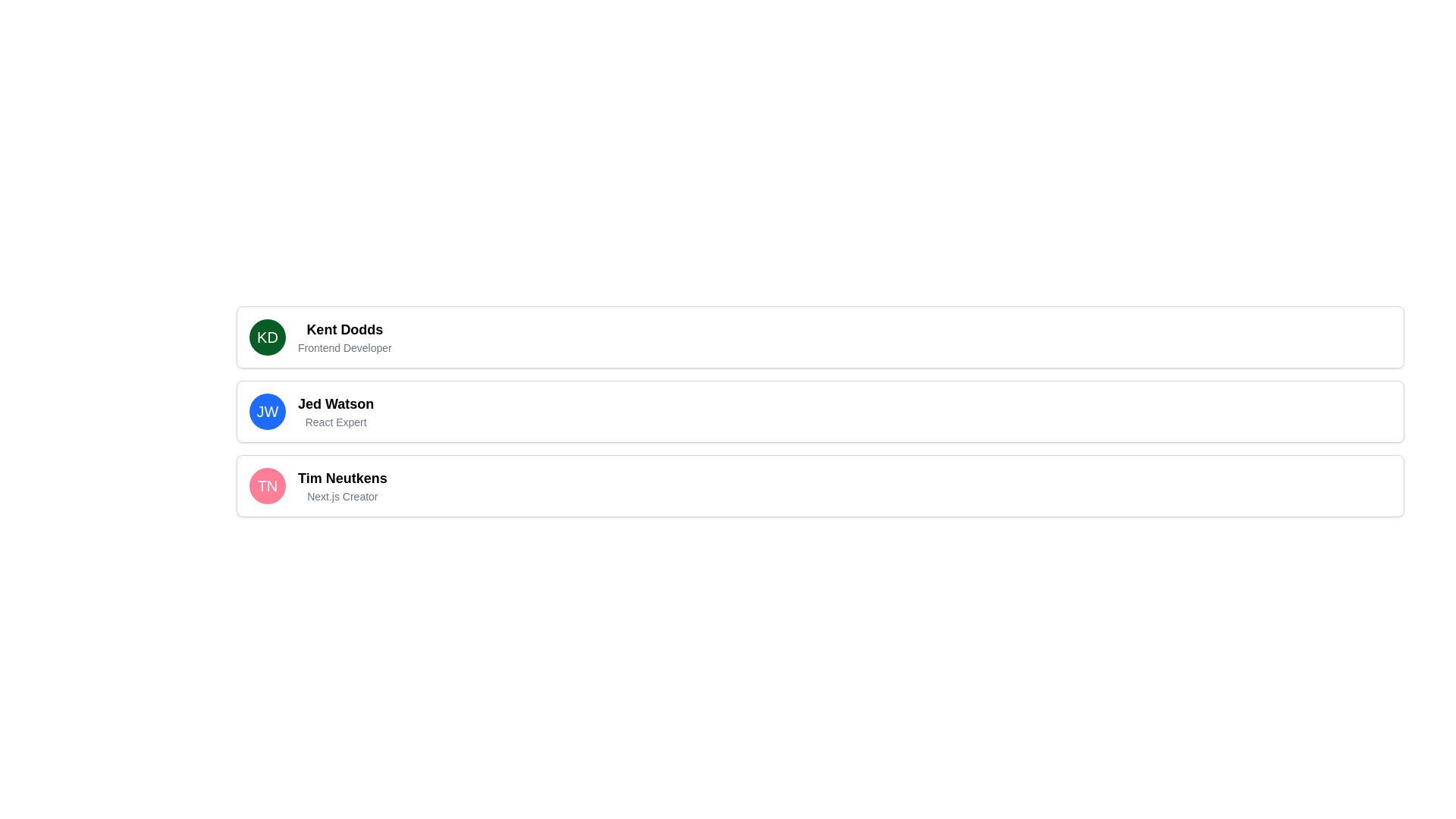  I want to click on the text block element displaying 'Jed Watson' and the subtitle 'React Expert' within the second profile card in a vertical list, so click(335, 412).